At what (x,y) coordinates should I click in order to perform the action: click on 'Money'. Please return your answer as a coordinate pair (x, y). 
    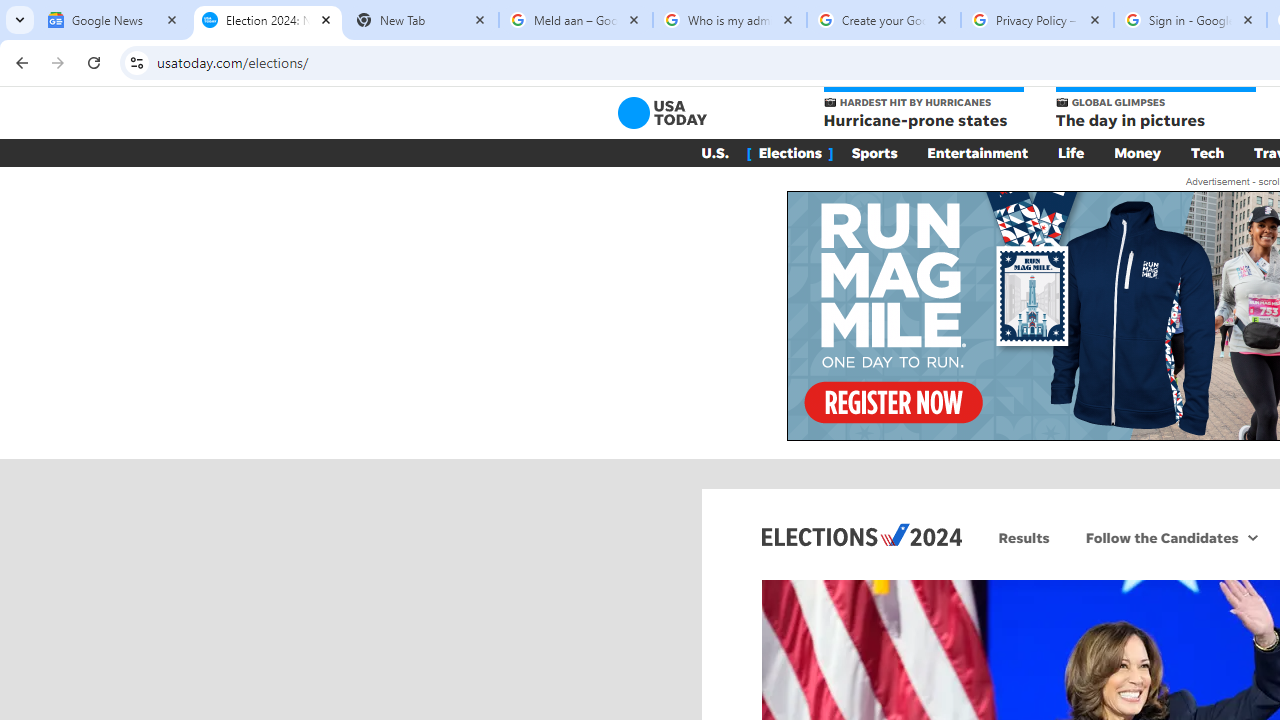
    Looking at the image, I should click on (1137, 152).